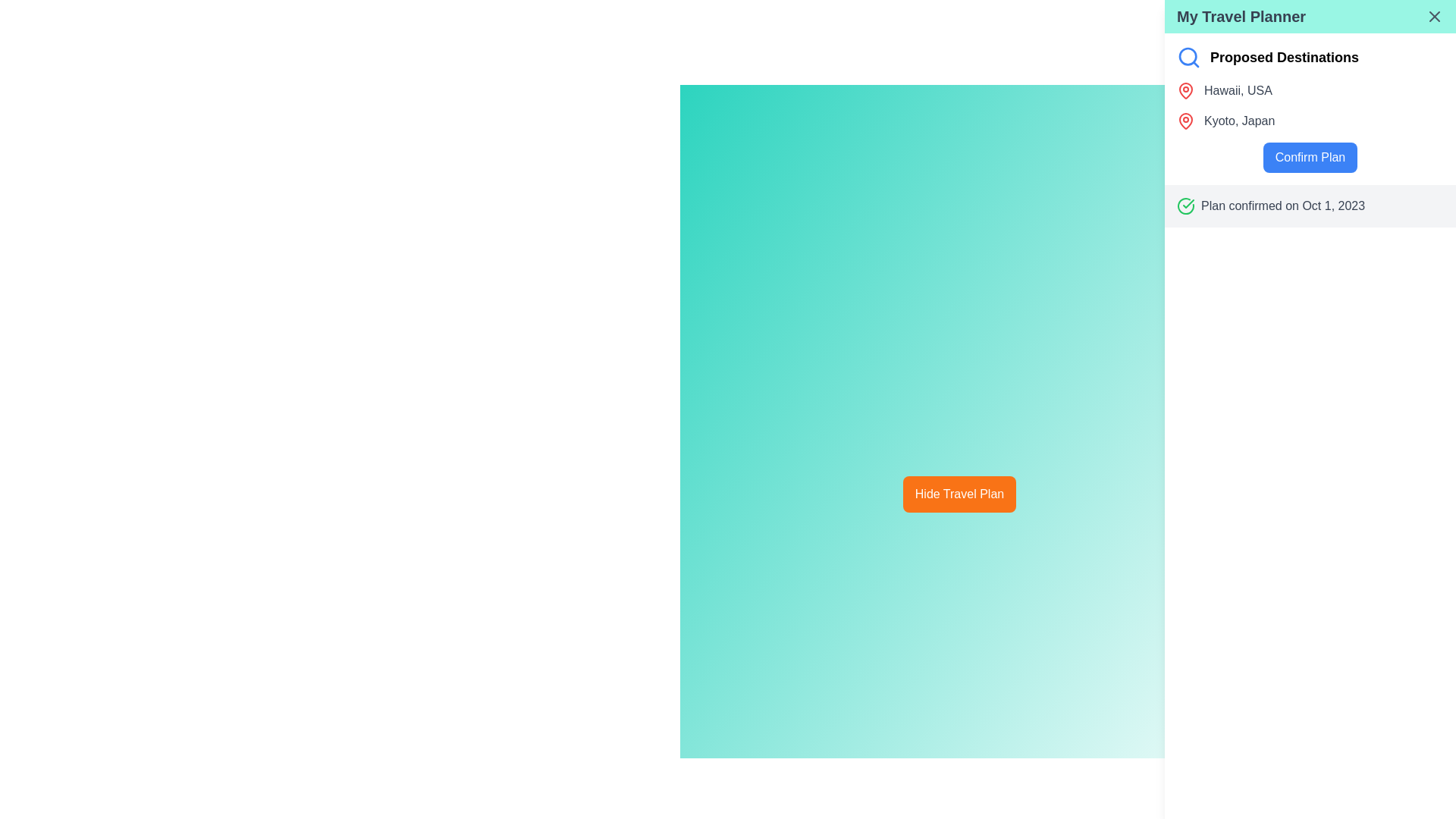 This screenshot has height=819, width=1456. I want to click on the Text Label displaying 'Hawaii, USA' in a gray font, located within the sidebar titled 'My Travel Planner' under 'Proposed Destinations', so click(1238, 90).